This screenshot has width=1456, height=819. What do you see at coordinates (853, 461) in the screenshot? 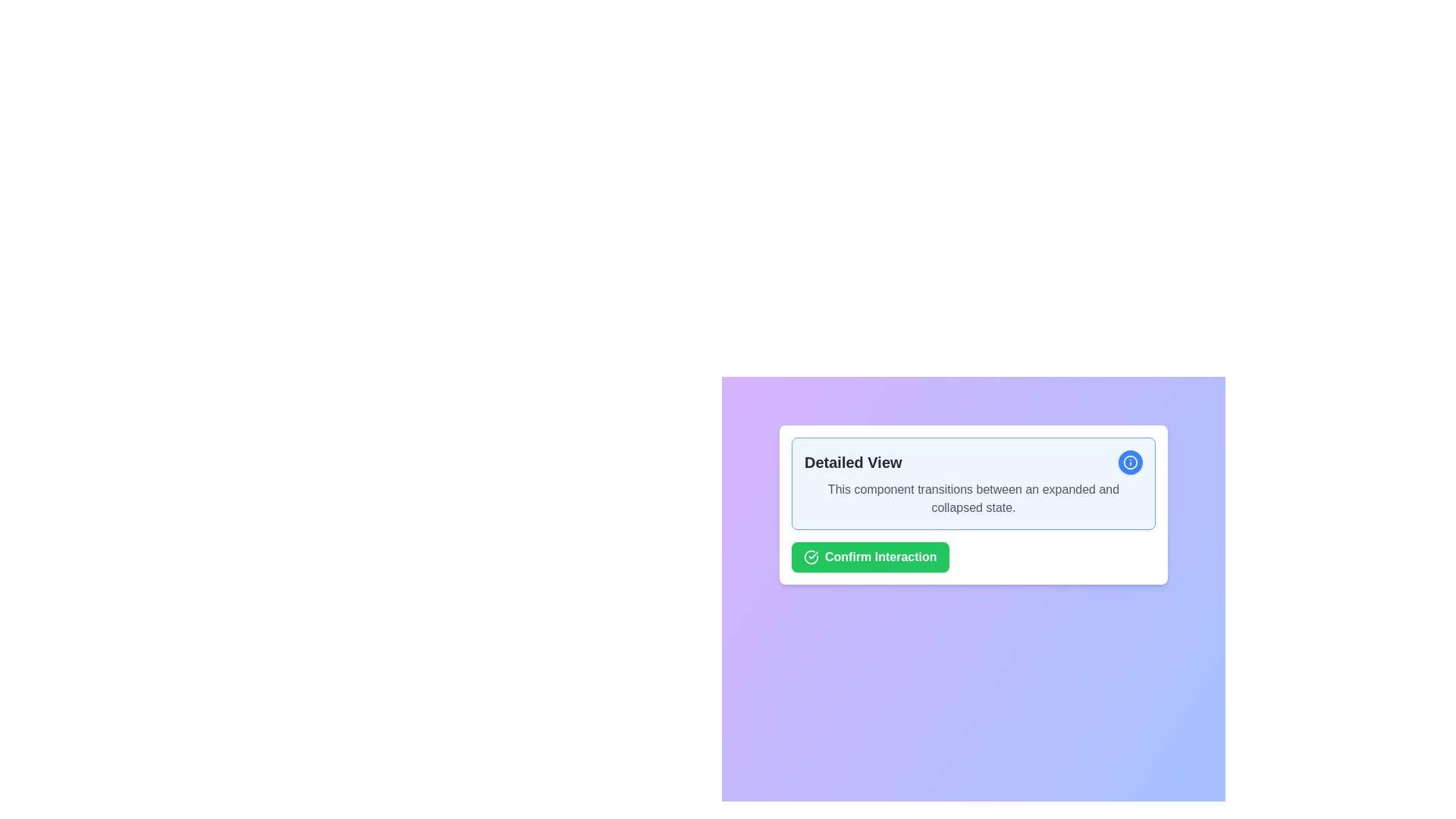
I see `text content of the Text Label displaying 'Detailed View' located at the top-left corner of the content block` at bounding box center [853, 461].